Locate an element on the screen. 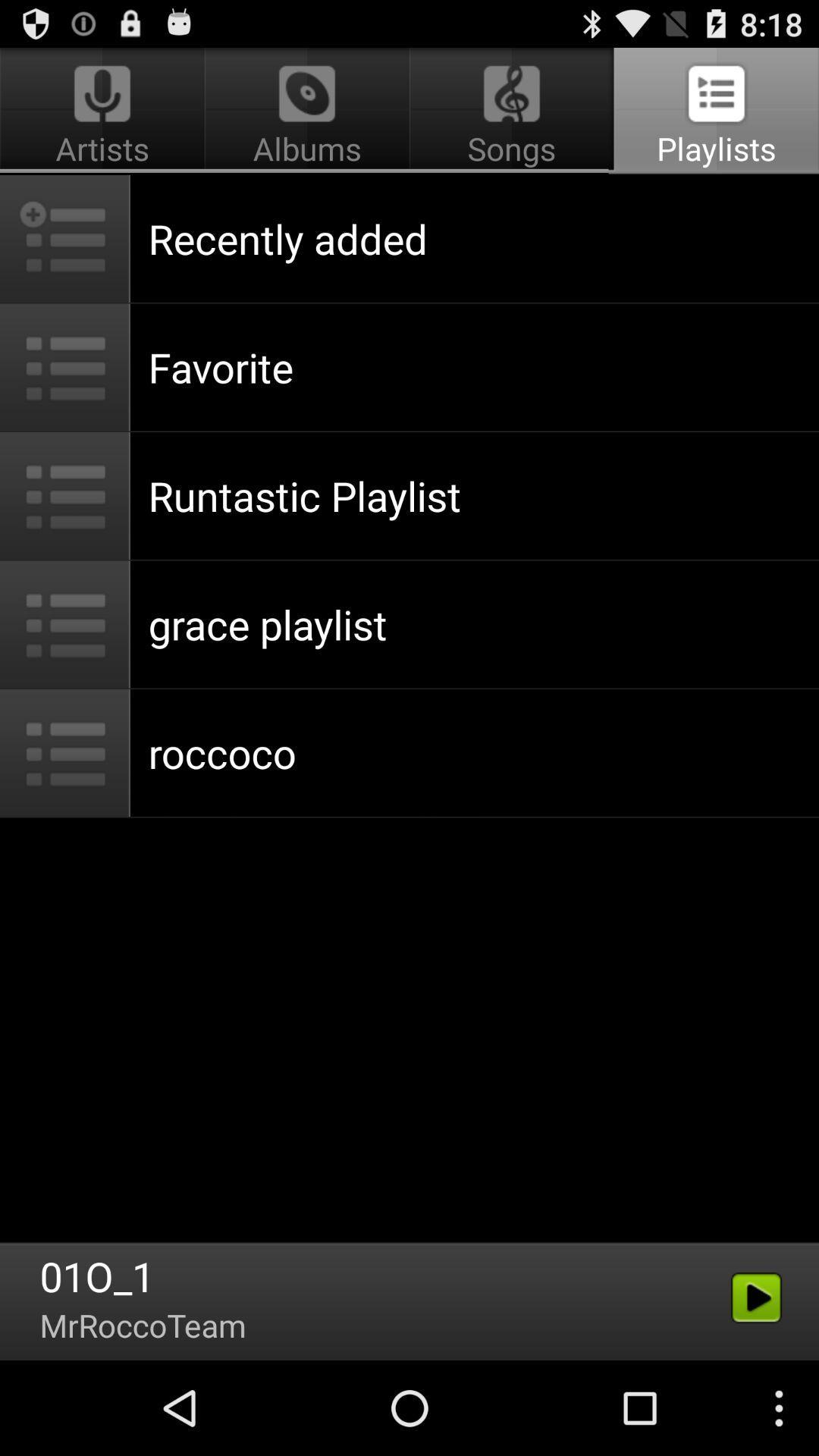  item above recently added item is located at coordinates (512, 111).